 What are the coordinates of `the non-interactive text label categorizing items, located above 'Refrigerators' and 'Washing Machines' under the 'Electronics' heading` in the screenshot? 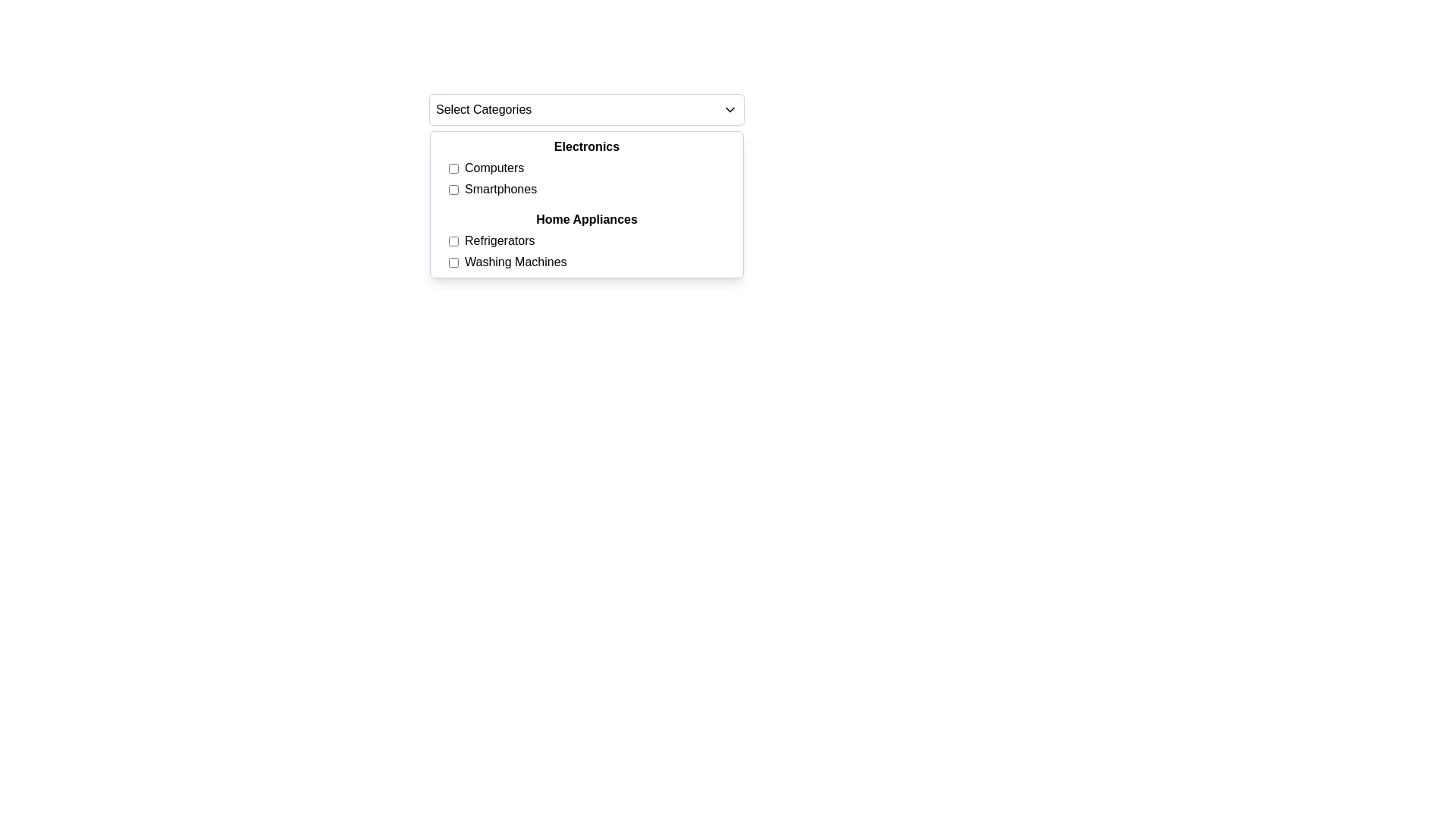 It's located at (585, 219).